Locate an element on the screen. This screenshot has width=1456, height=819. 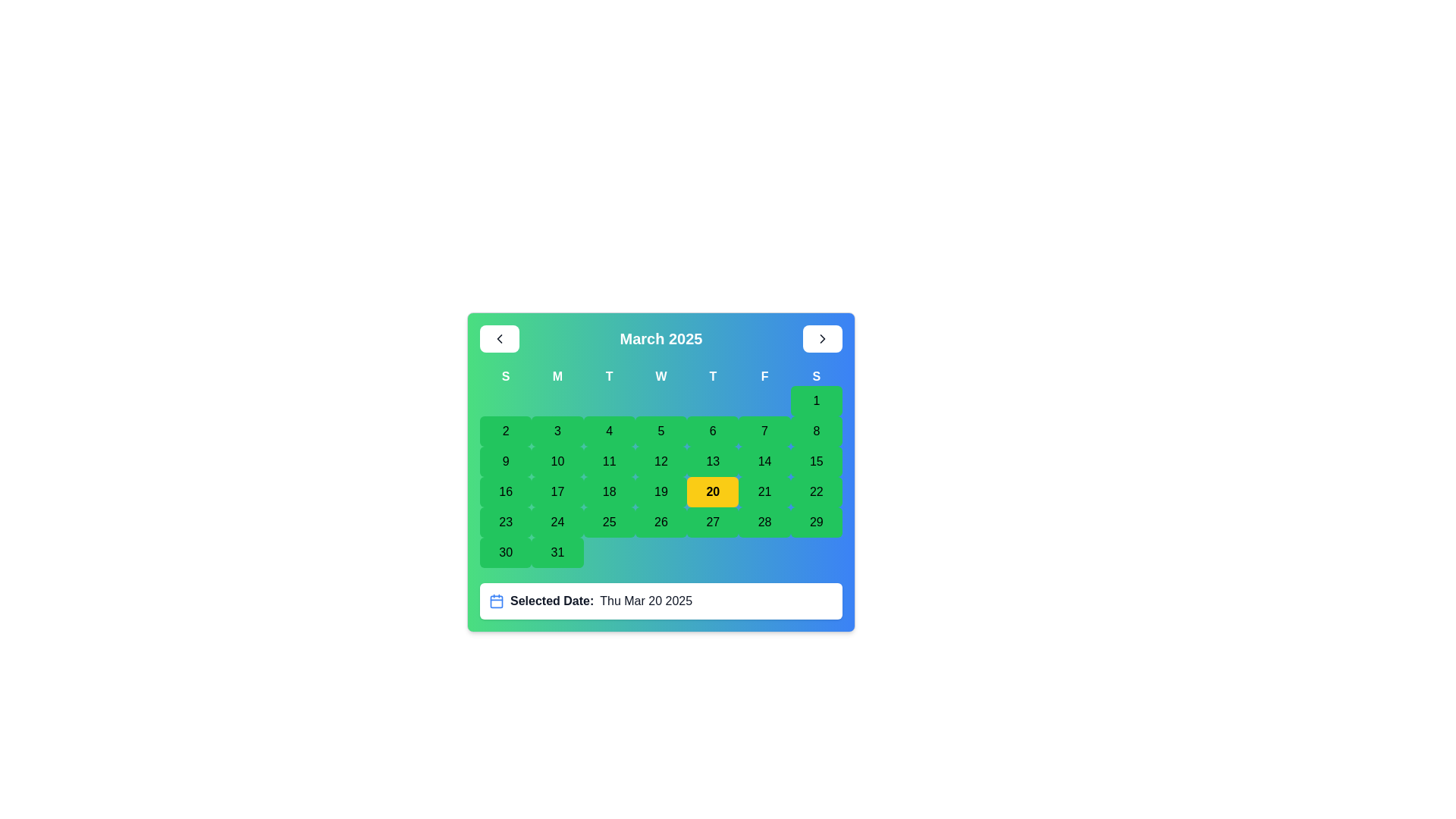
the chevron icon located in the button at the top-right corner of the calendar interface is located at coordinates (821, 338).